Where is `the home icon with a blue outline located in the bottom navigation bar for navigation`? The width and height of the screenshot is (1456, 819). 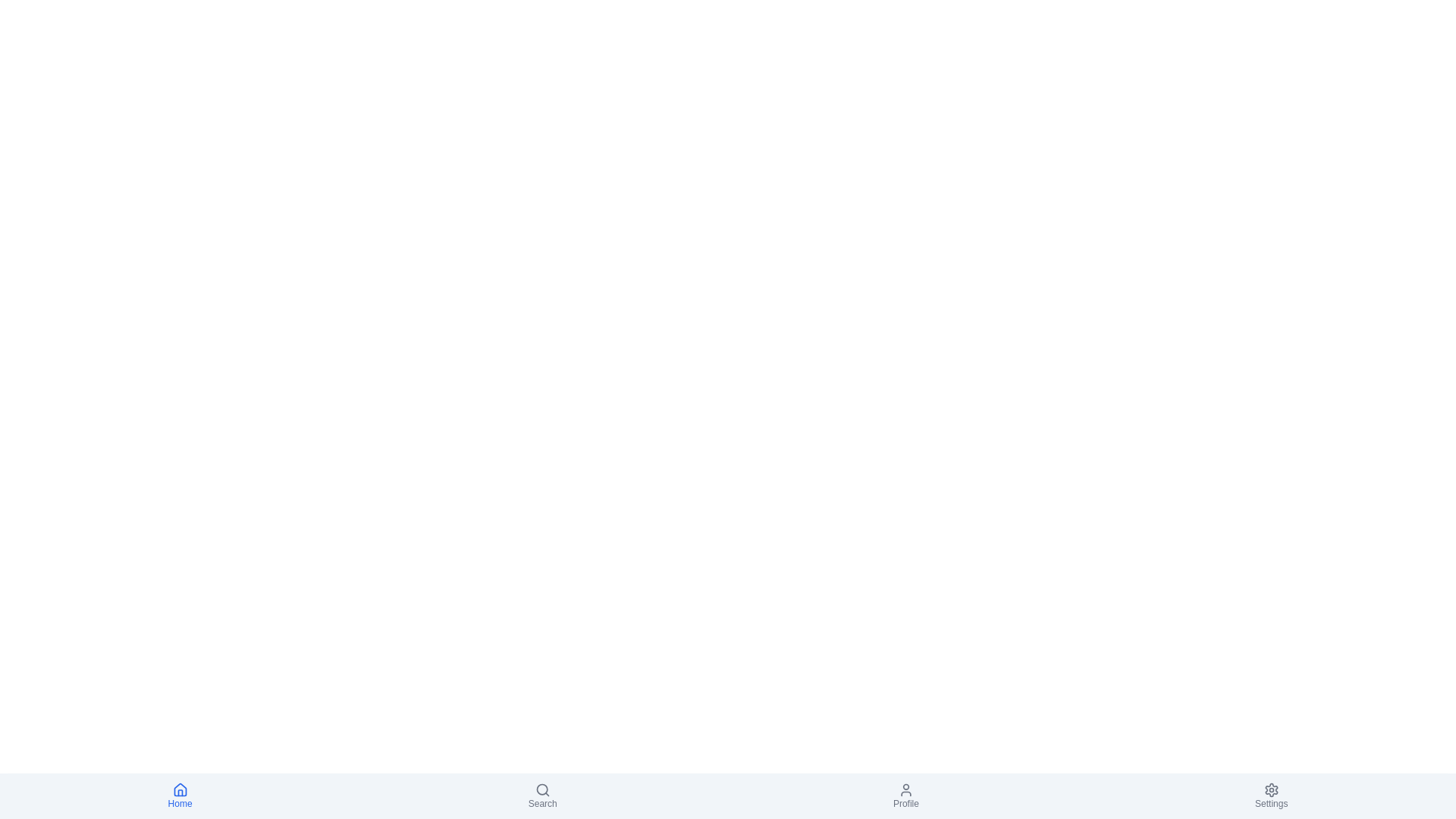 the home icon with a blue outline located in the bottom navigation bar for navigation is located at coordinates (180, 789).